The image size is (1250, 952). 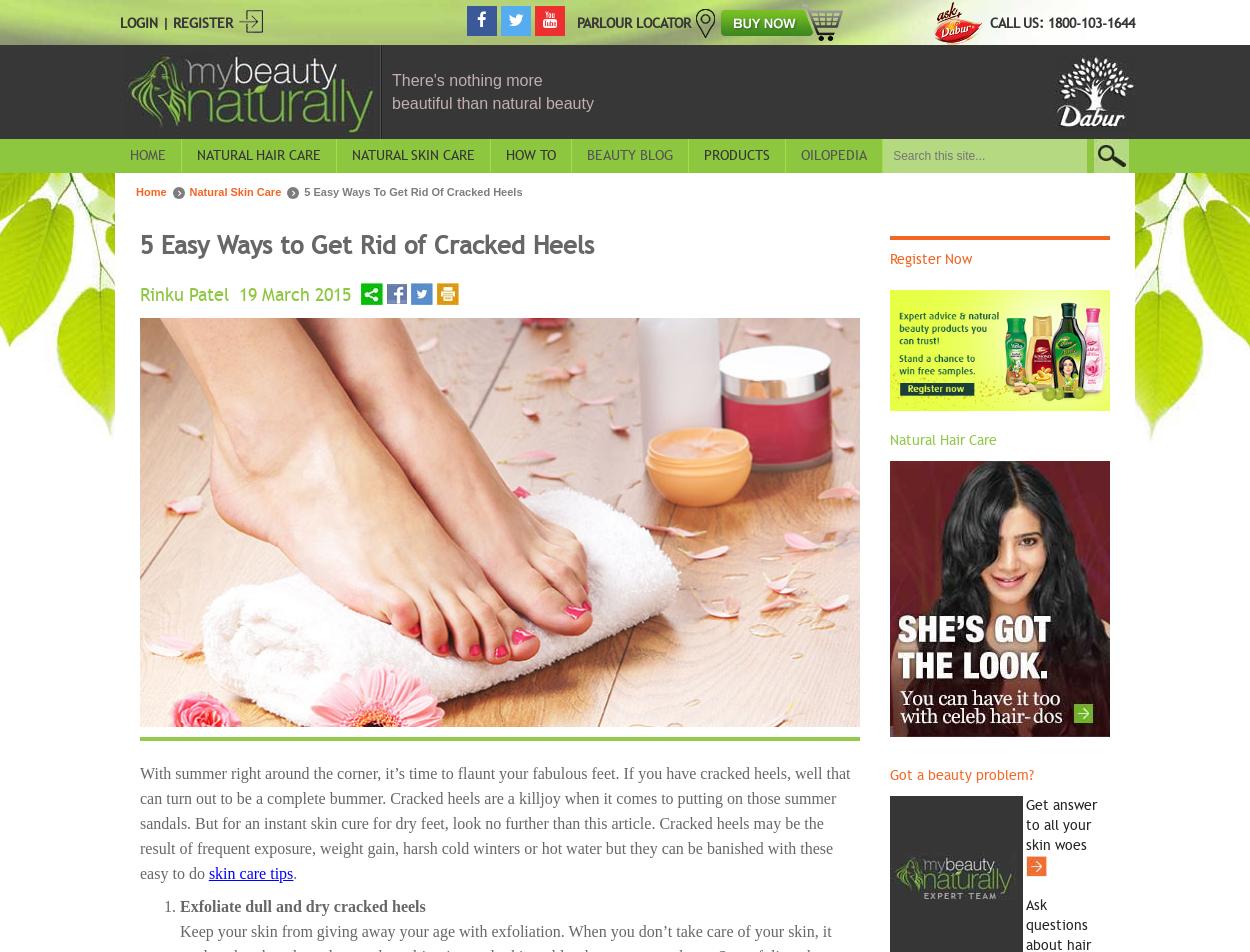 I want to click on '5 Easy Ways to Get Rid of Cracked Heels', so click(x=366, y=244).